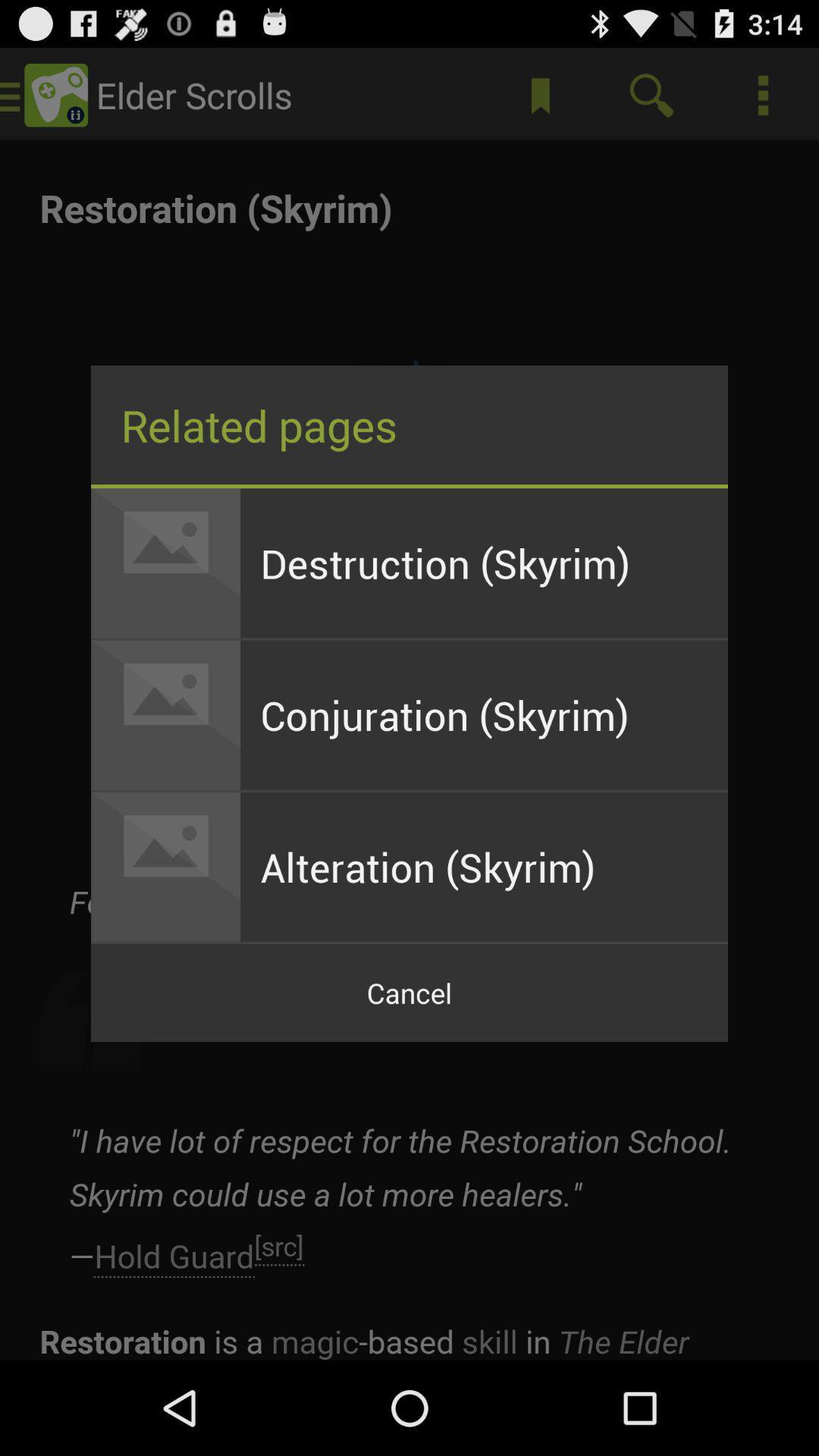 The image size is (819, 1456). What do you see at coordinates (484, 562) in the screenshot?
I see `the icon above conjuration (skyrim) app` at bounding box center [484, 562].